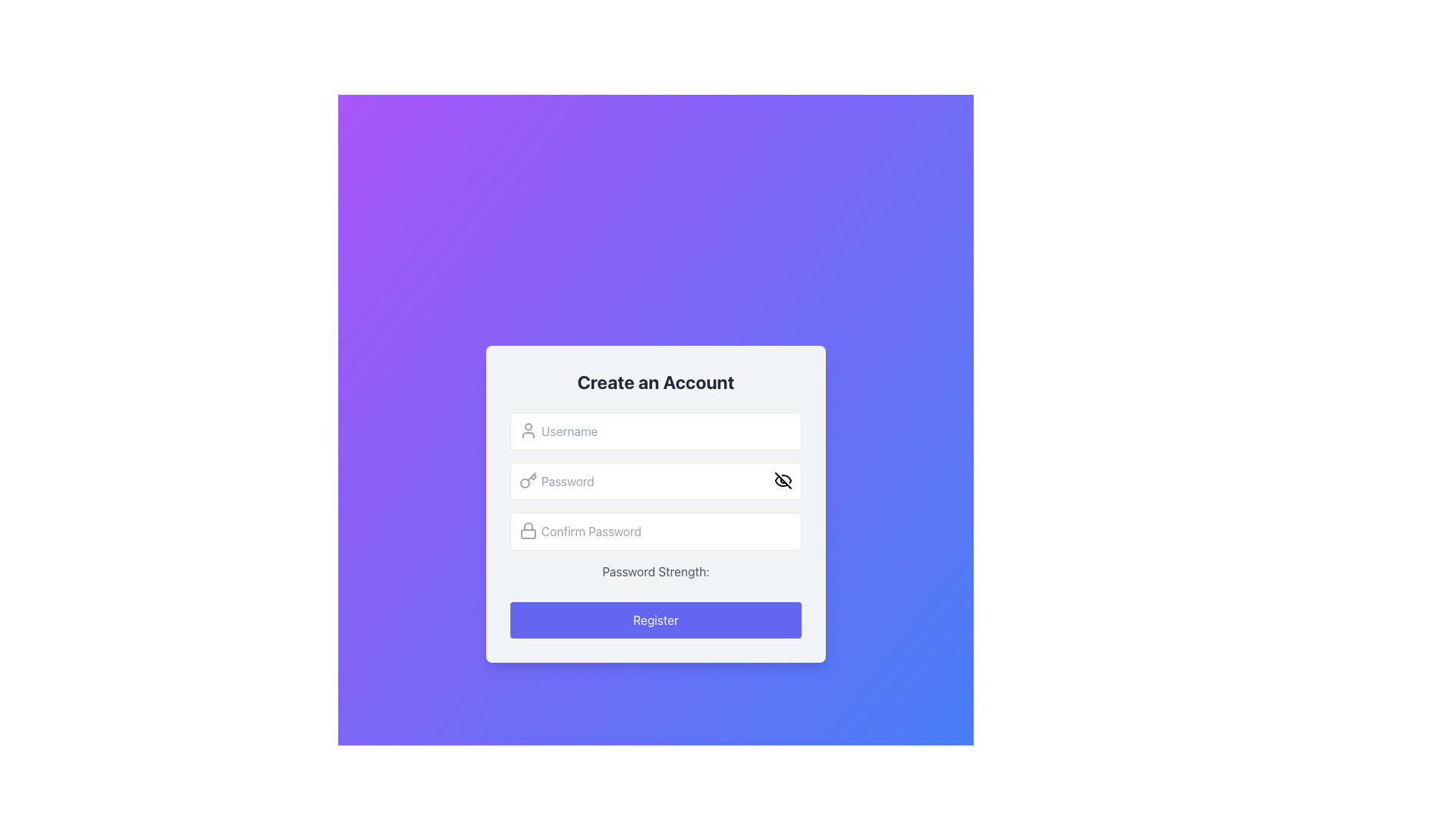  What do you see at coordinates (655, 482) in the screenshot?
I see `the Password Input Field to set the focus for user input during registration` at bounding box center [655, 482].